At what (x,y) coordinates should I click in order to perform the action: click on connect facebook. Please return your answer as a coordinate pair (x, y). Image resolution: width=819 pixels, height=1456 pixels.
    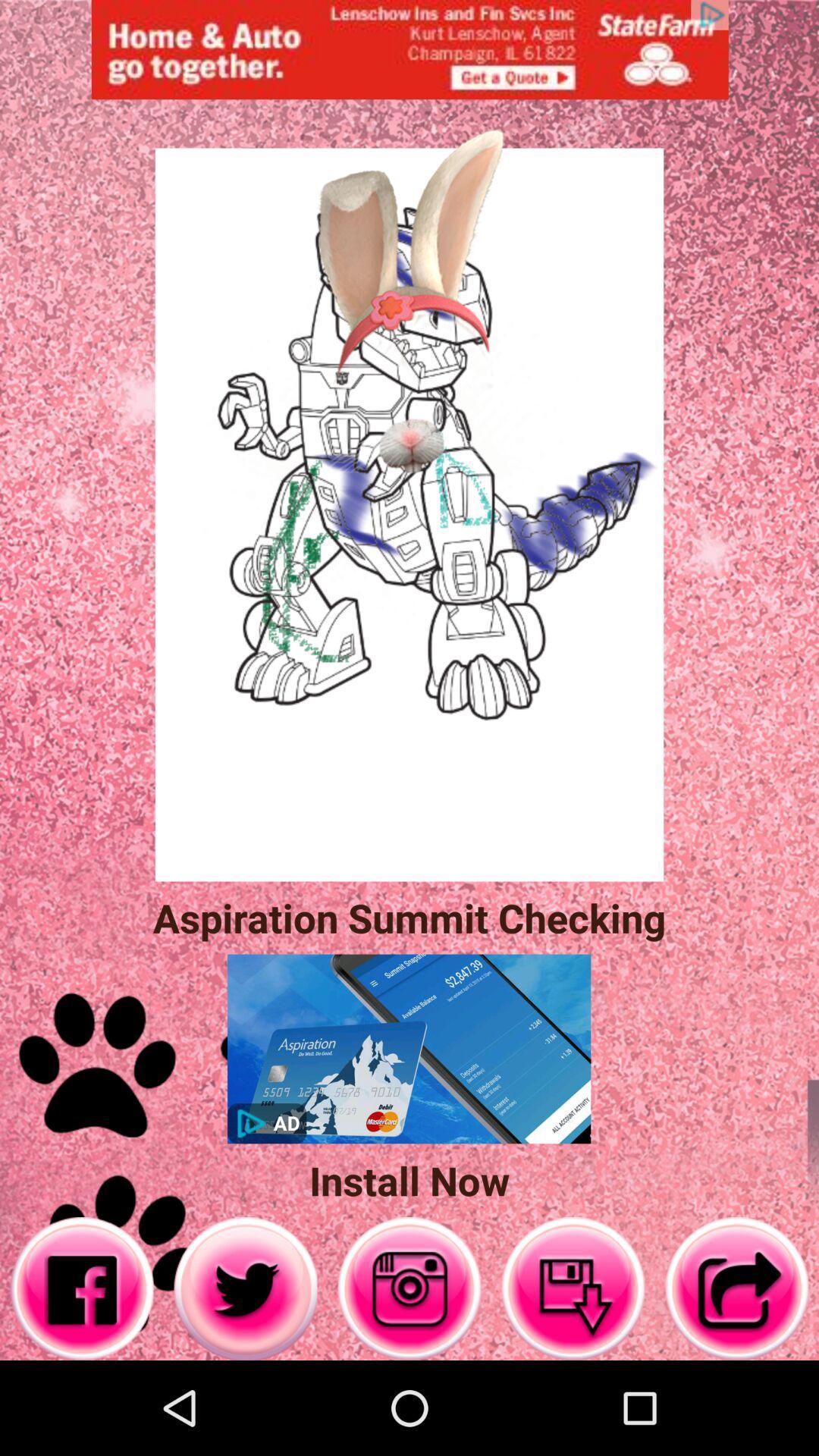
    Looking at the image, I should click on (82, 1288).